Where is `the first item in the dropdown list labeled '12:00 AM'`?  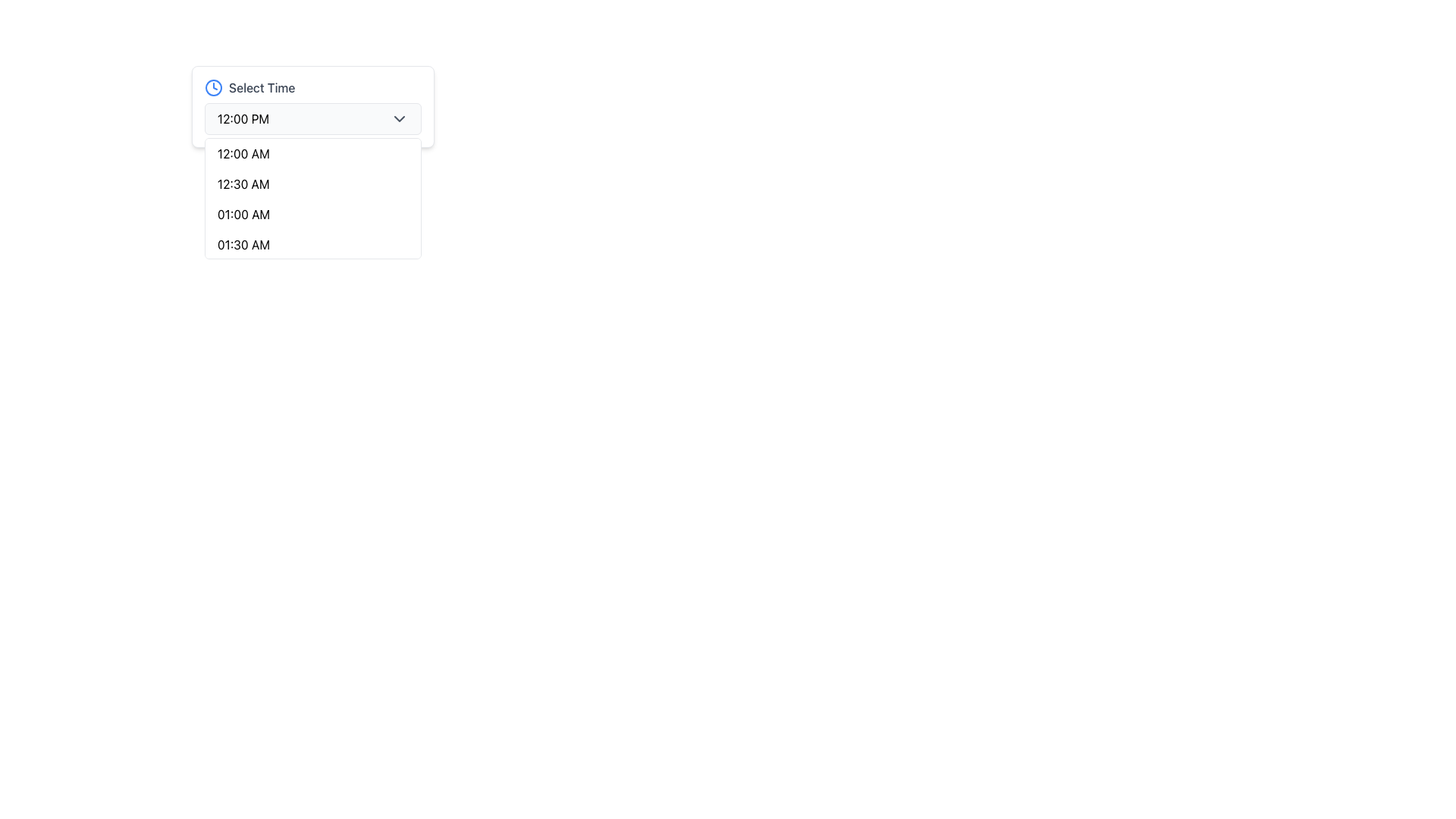
the first item in the dropdown list labeled '12:00 AM' is located at coordinates (312, 154).